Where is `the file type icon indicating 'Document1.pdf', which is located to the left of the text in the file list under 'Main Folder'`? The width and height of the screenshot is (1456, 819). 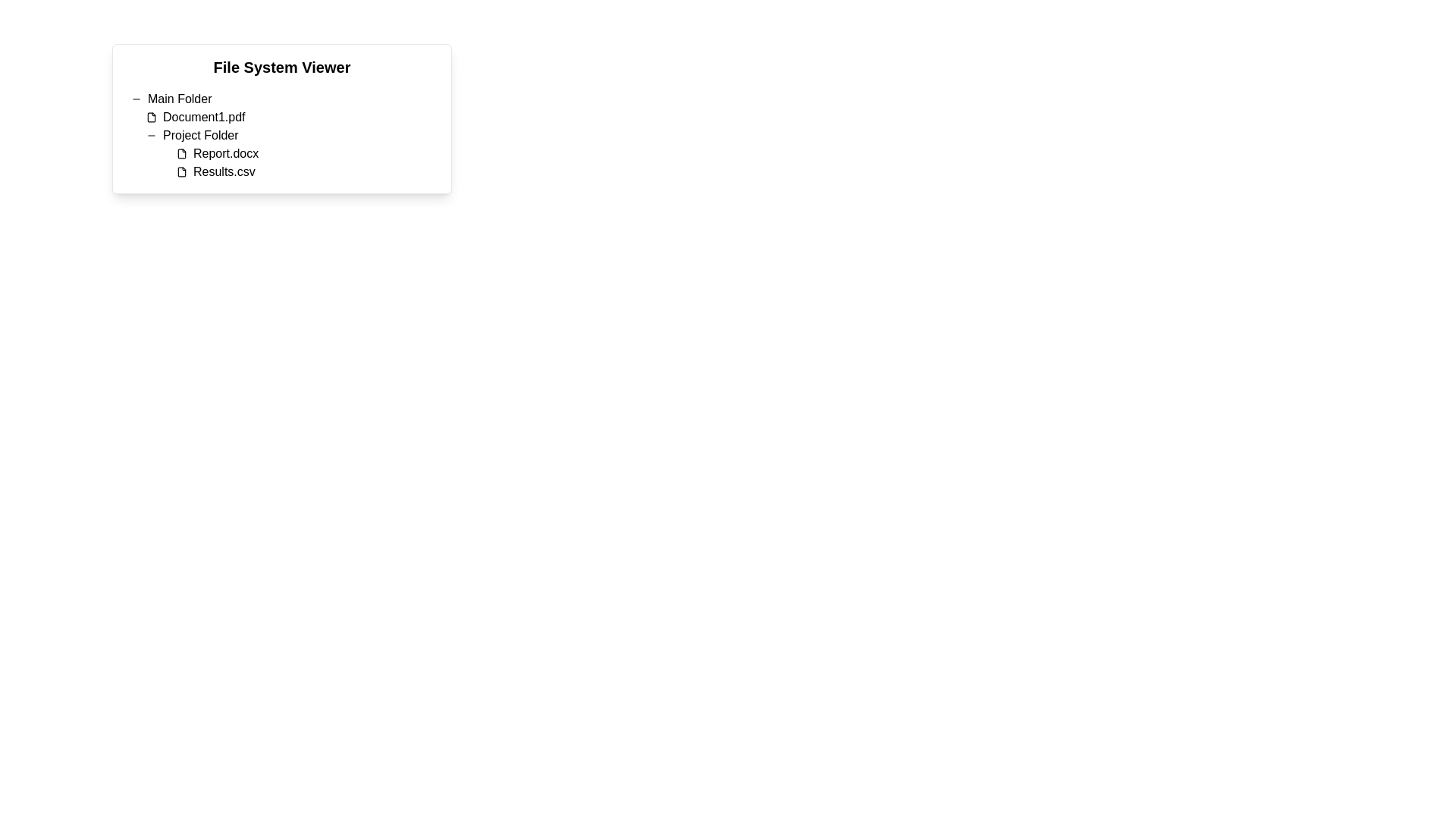
the file type icon indicating 'Document1.pdf', which is located to the left of the text in the file list under 'Main Folder' is located at coordinates (152, 116).